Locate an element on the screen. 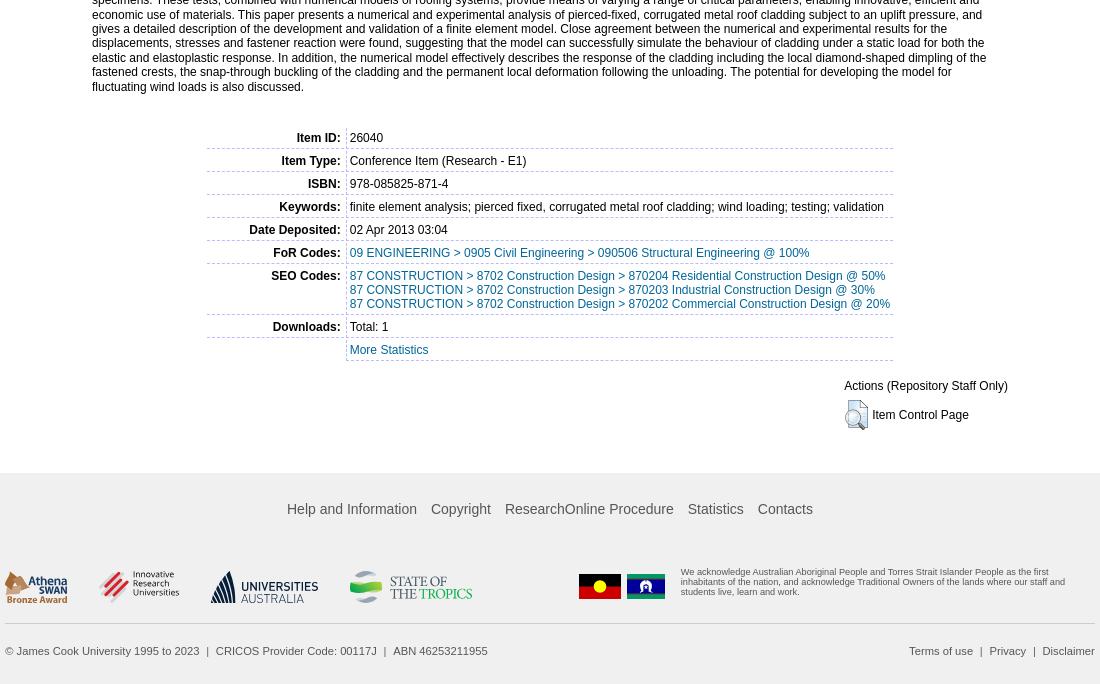 This screenshot has height=684, width=1100. 'Conference Item
           (Research - E1)' is located at coordinates (436, 159).